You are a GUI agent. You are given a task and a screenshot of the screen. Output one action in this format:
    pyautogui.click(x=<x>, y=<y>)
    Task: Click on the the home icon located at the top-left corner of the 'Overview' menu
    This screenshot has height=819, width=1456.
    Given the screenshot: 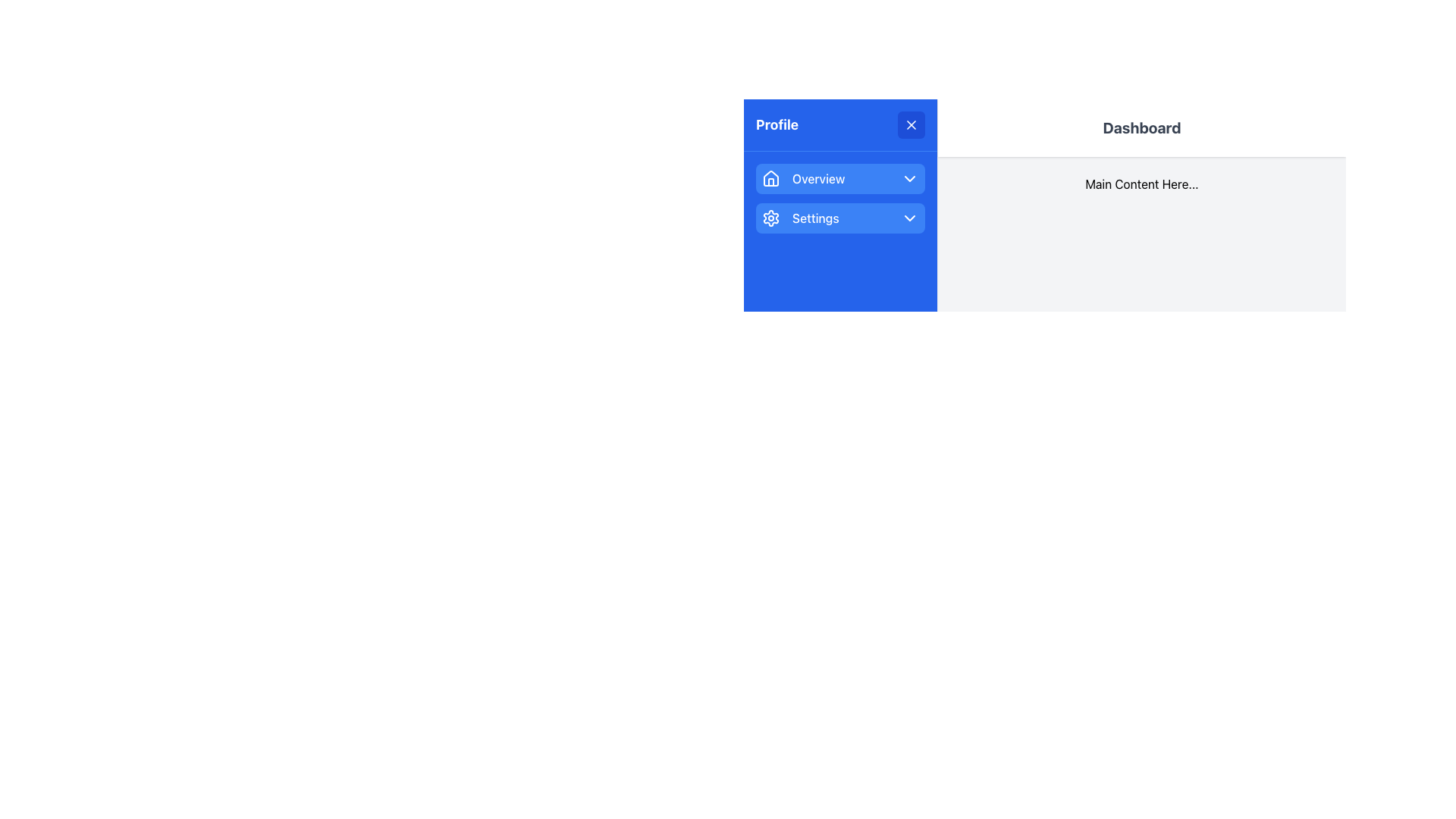 What is the action you would take?
    pyautogui.click(x=771, y=181)
    